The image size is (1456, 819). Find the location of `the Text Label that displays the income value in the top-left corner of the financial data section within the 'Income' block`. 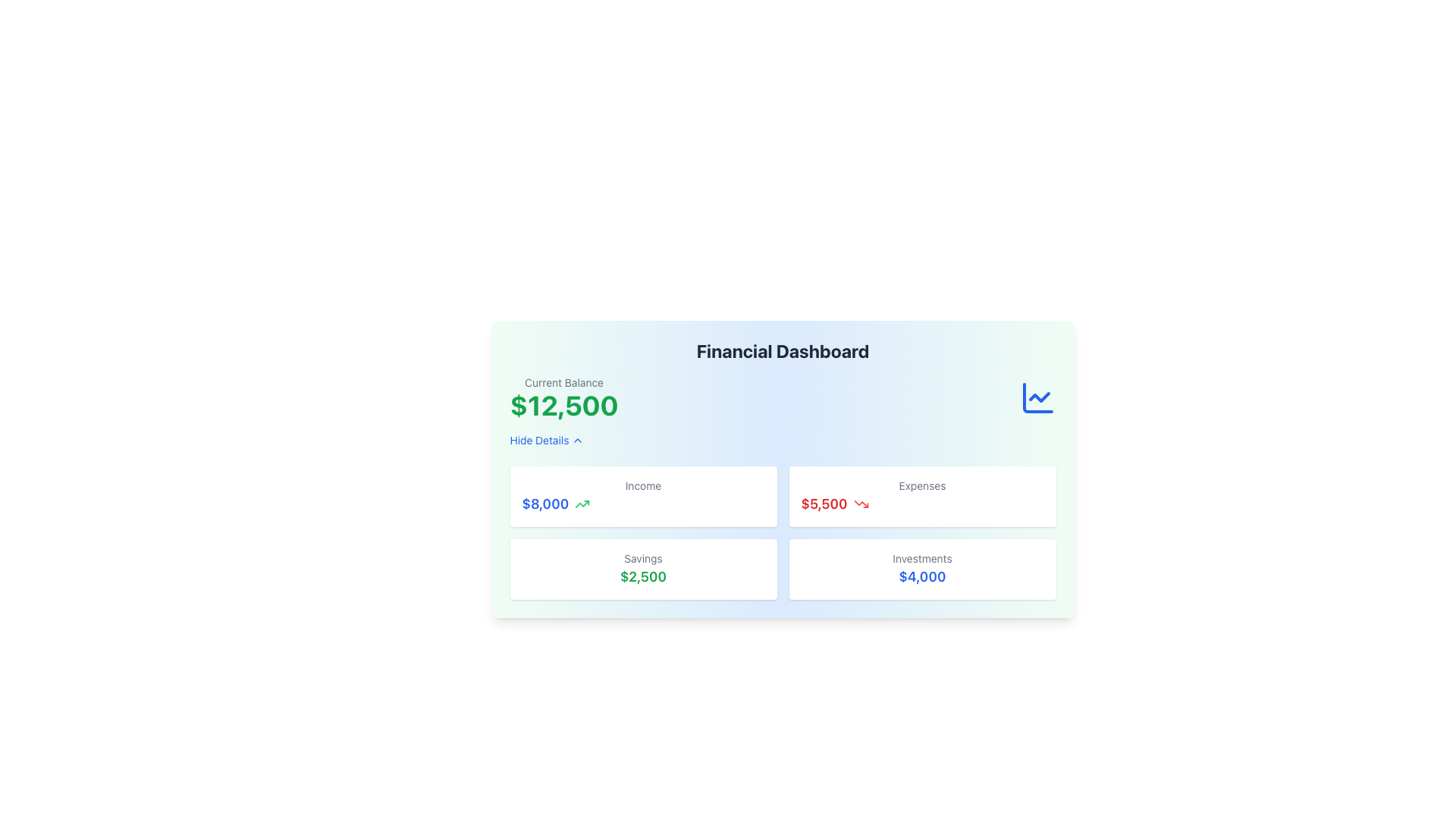

the Text Label that displays the income value in the top-left corner of the financial data section within the 'Income' block is located at coordinates (545, 504).